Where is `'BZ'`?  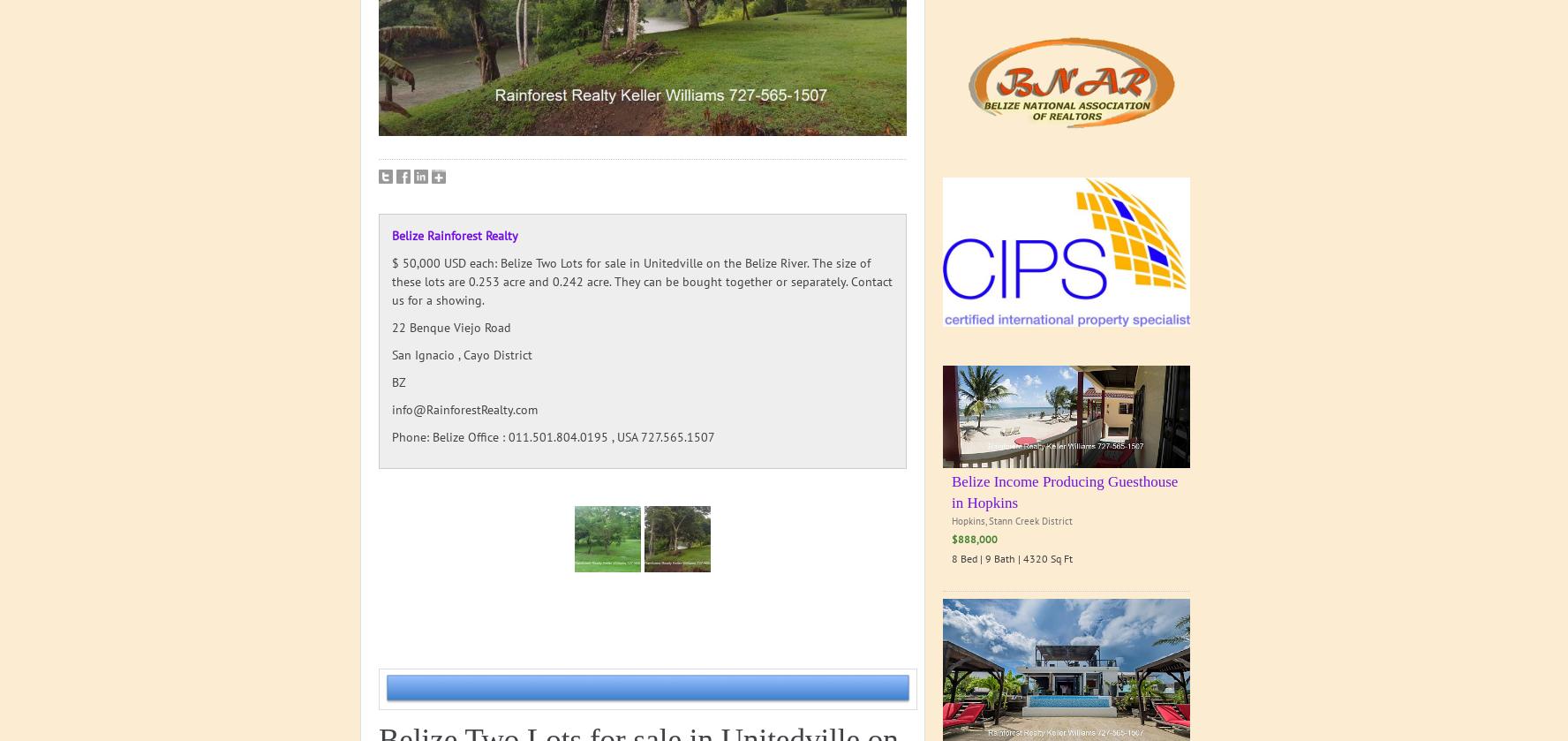 'BZ' is located at coordinates (397, 382).